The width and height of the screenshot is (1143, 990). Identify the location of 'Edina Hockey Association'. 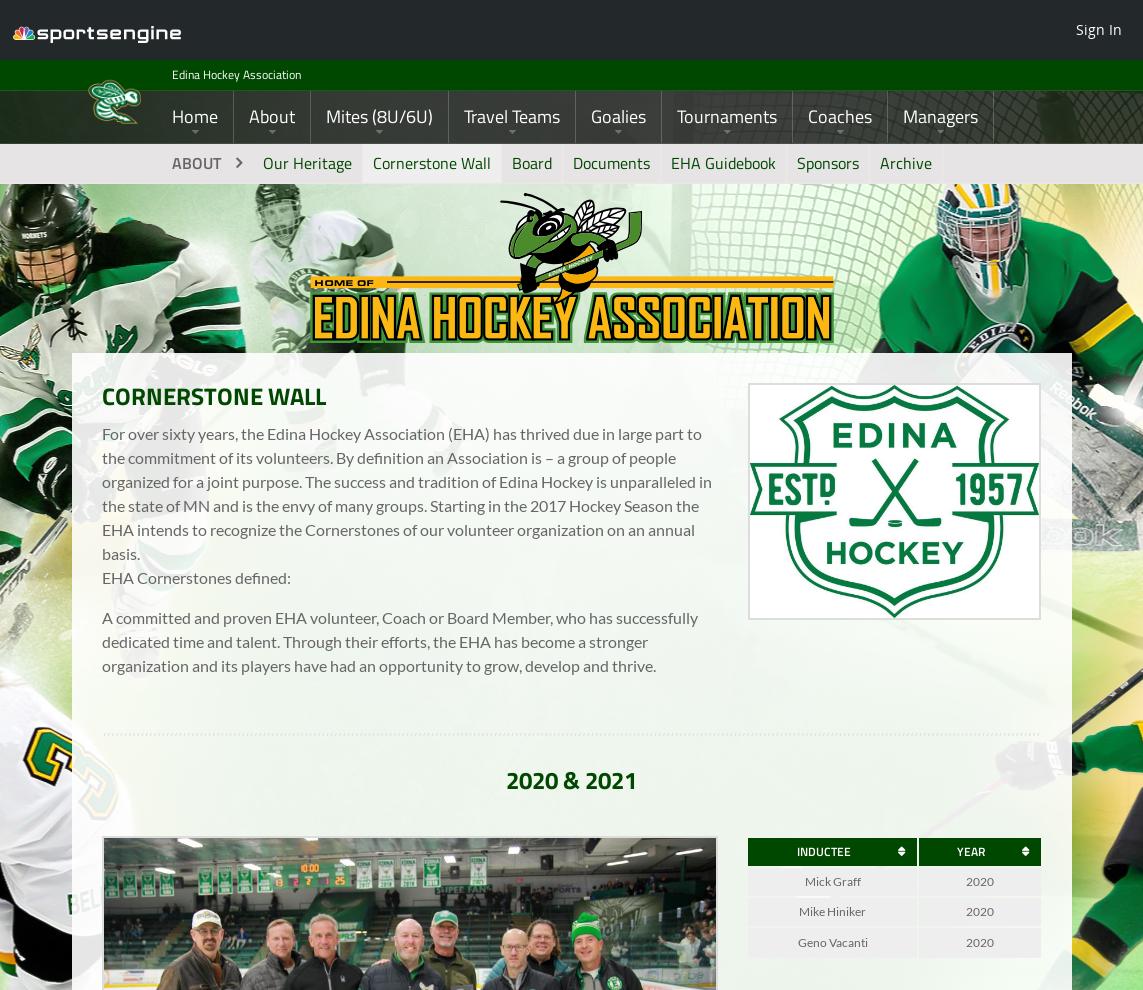
(248, 79).